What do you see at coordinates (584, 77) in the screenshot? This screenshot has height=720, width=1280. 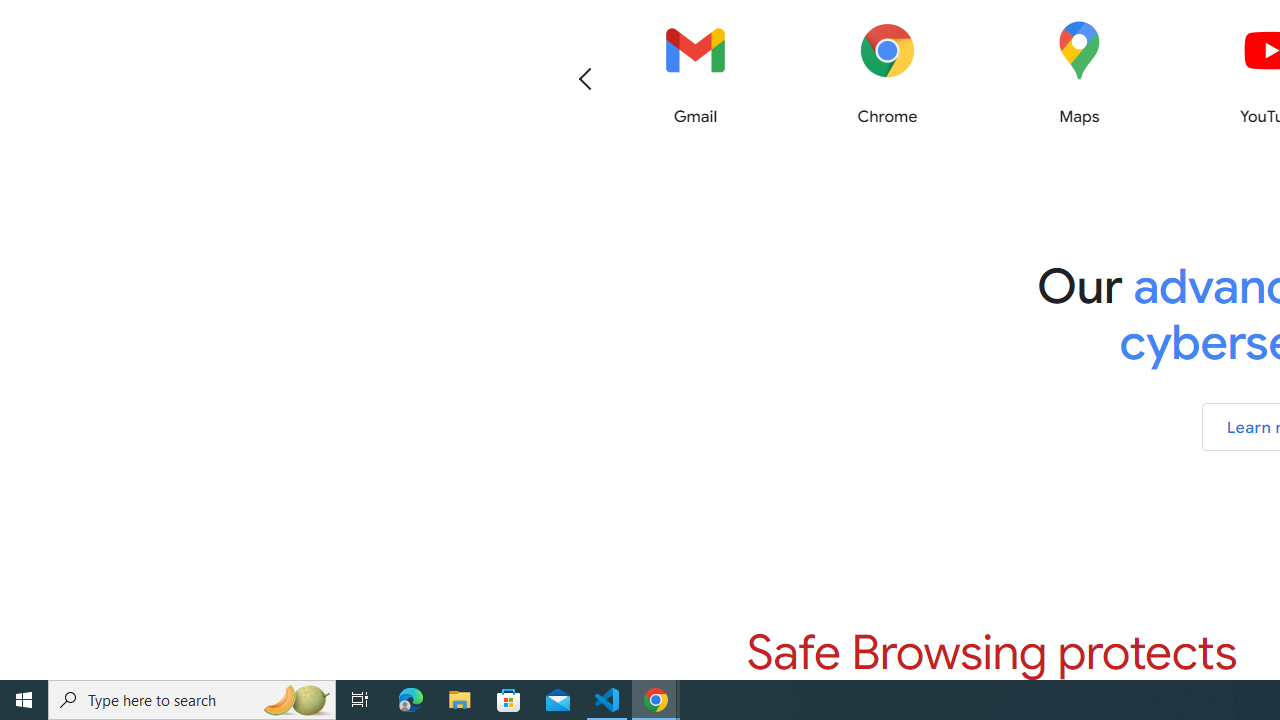 I see `'Previous'` at bounding box center [584, 77].